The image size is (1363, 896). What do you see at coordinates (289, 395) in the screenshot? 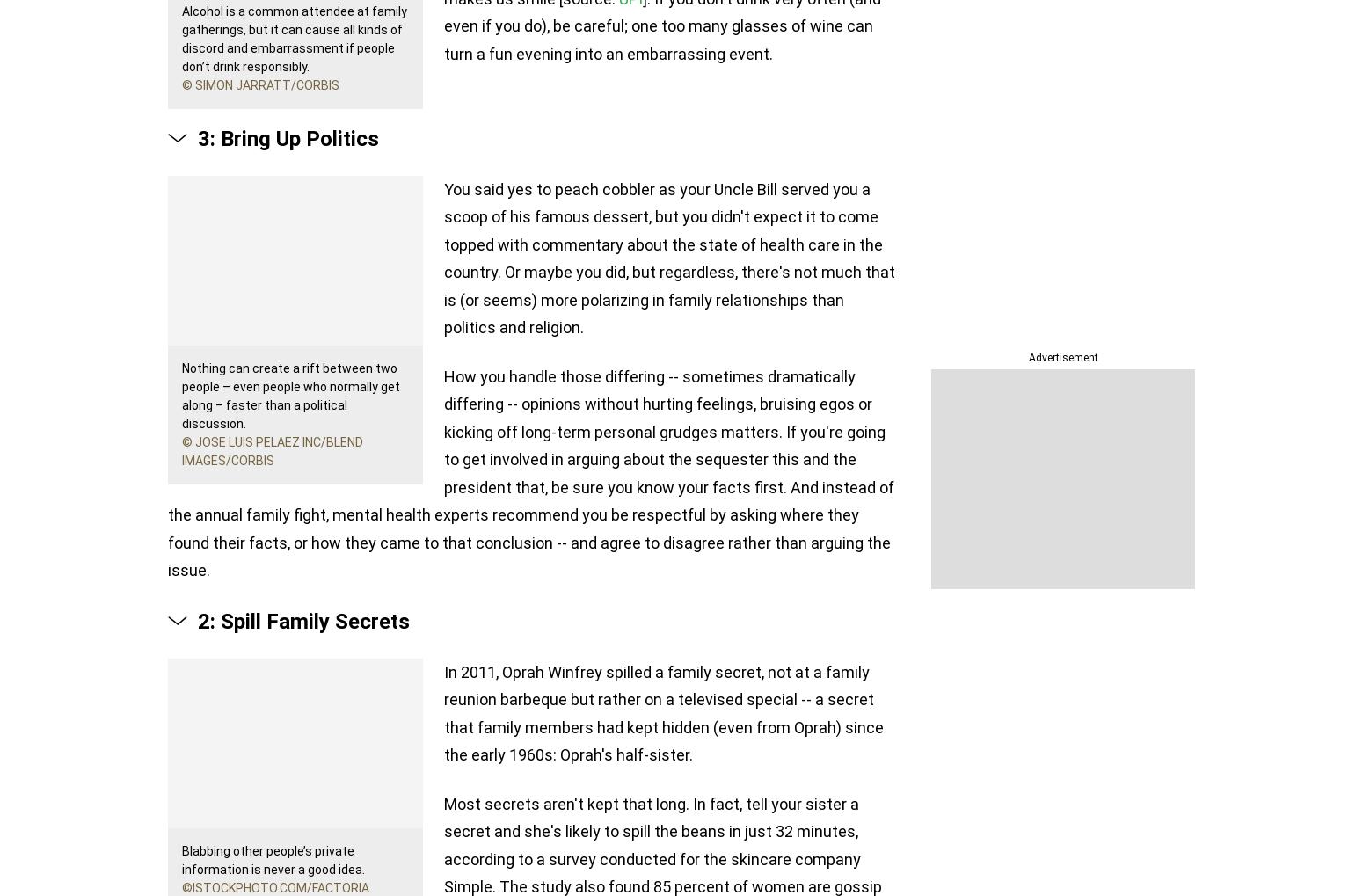
I see `'Nothing can create a rift between two people – even people who normally get along – faster than a political discussion.'` at bounding box center [289, 395].